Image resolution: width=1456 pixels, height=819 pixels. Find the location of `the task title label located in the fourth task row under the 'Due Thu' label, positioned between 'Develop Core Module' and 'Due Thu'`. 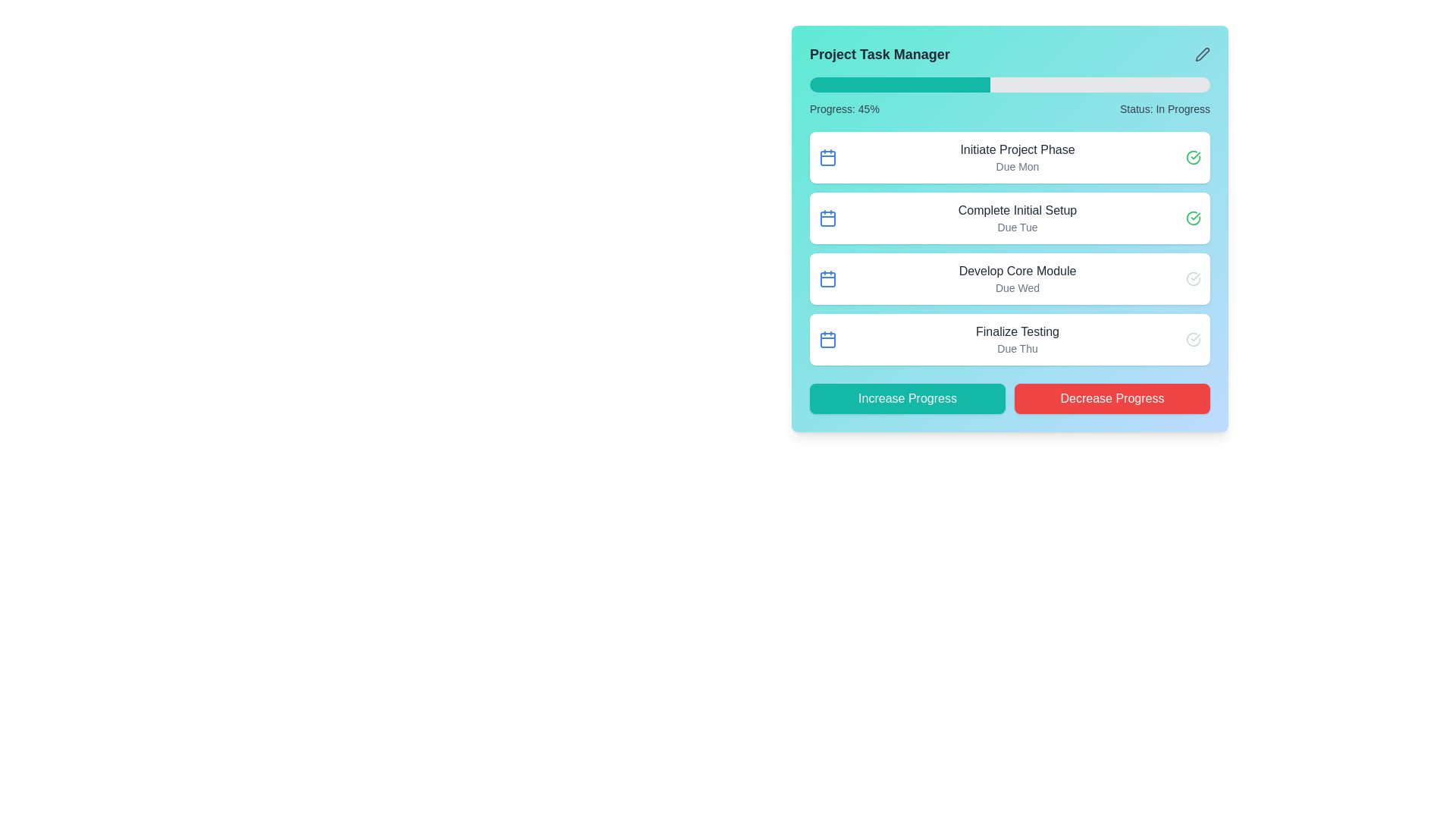

the task title label located in the fourth task row under the 'Due Thu' label, positioned between 'Develop Core Module' and 'Due Thu' is located at coordinates (1018, 331).